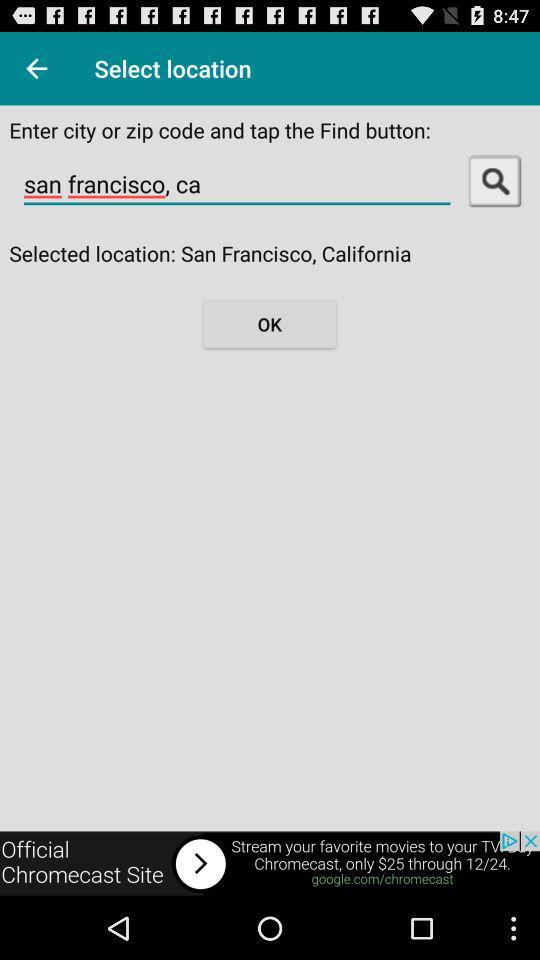 The image size is (540, 960). I want to click on back, so click(36, 68).